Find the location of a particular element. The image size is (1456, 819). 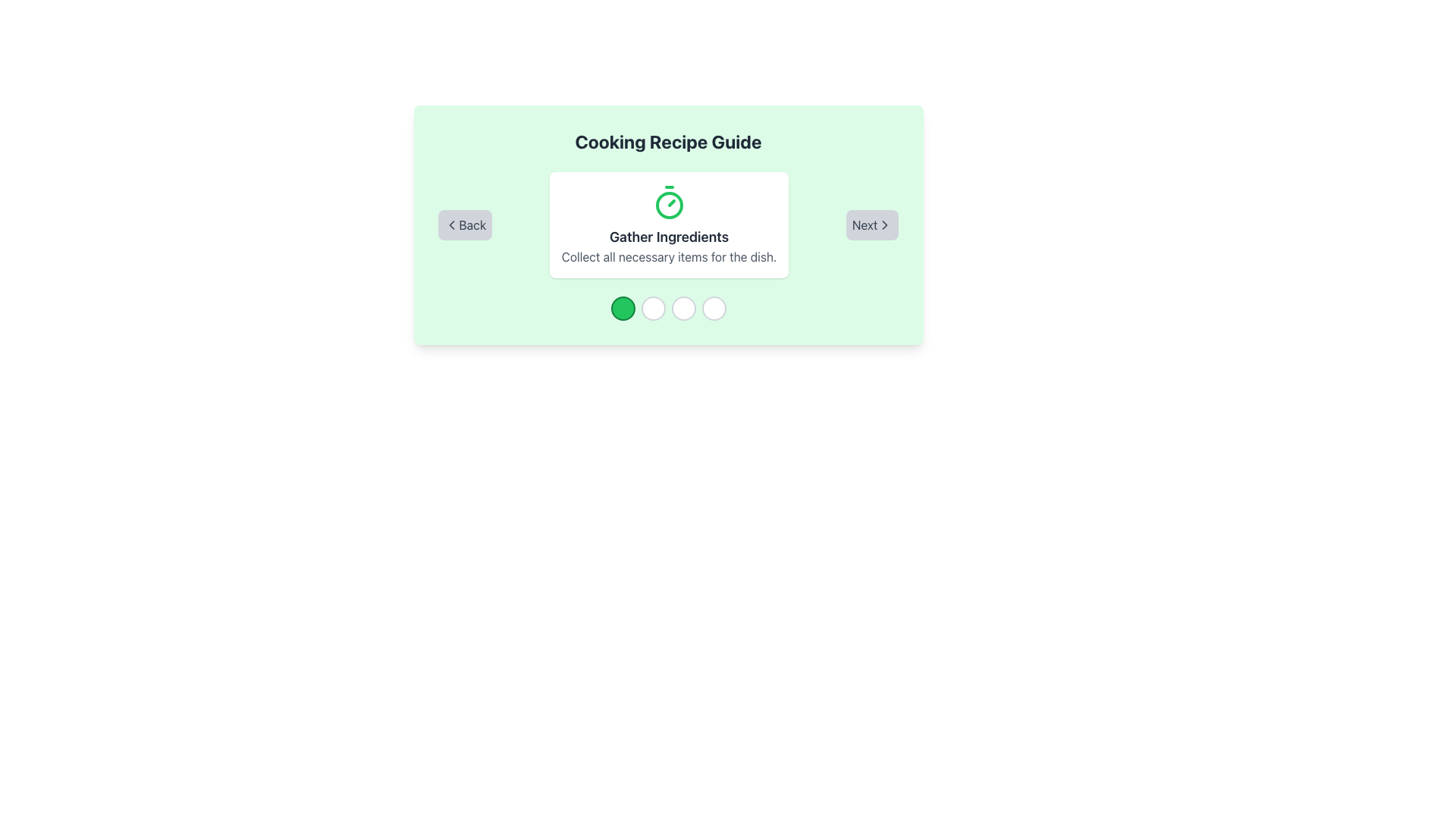

the fourth circular progress indicator/button is located at coordinates (713, 308).